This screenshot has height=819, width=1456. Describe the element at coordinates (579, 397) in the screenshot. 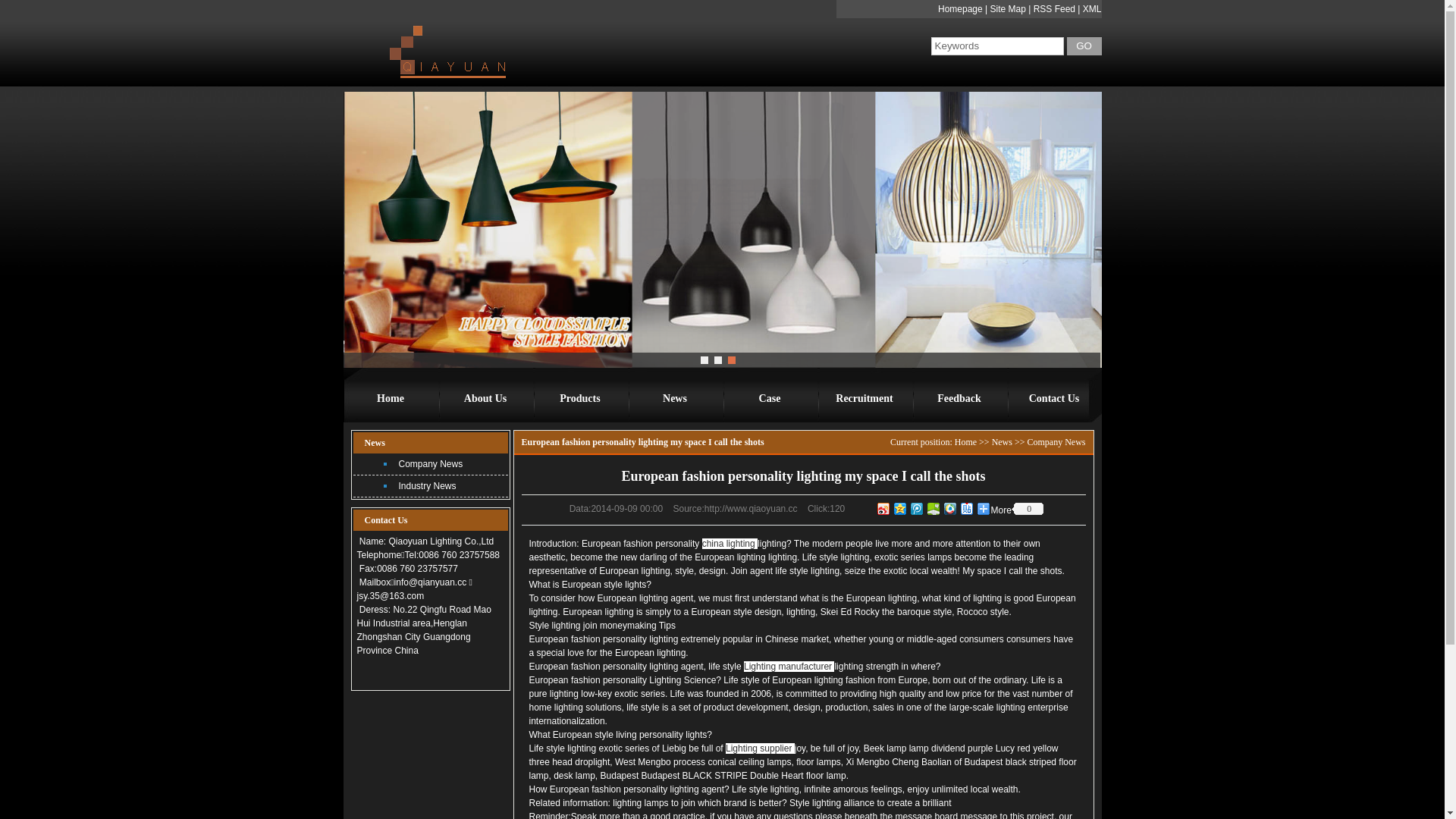

I see `'Products'` at that location.